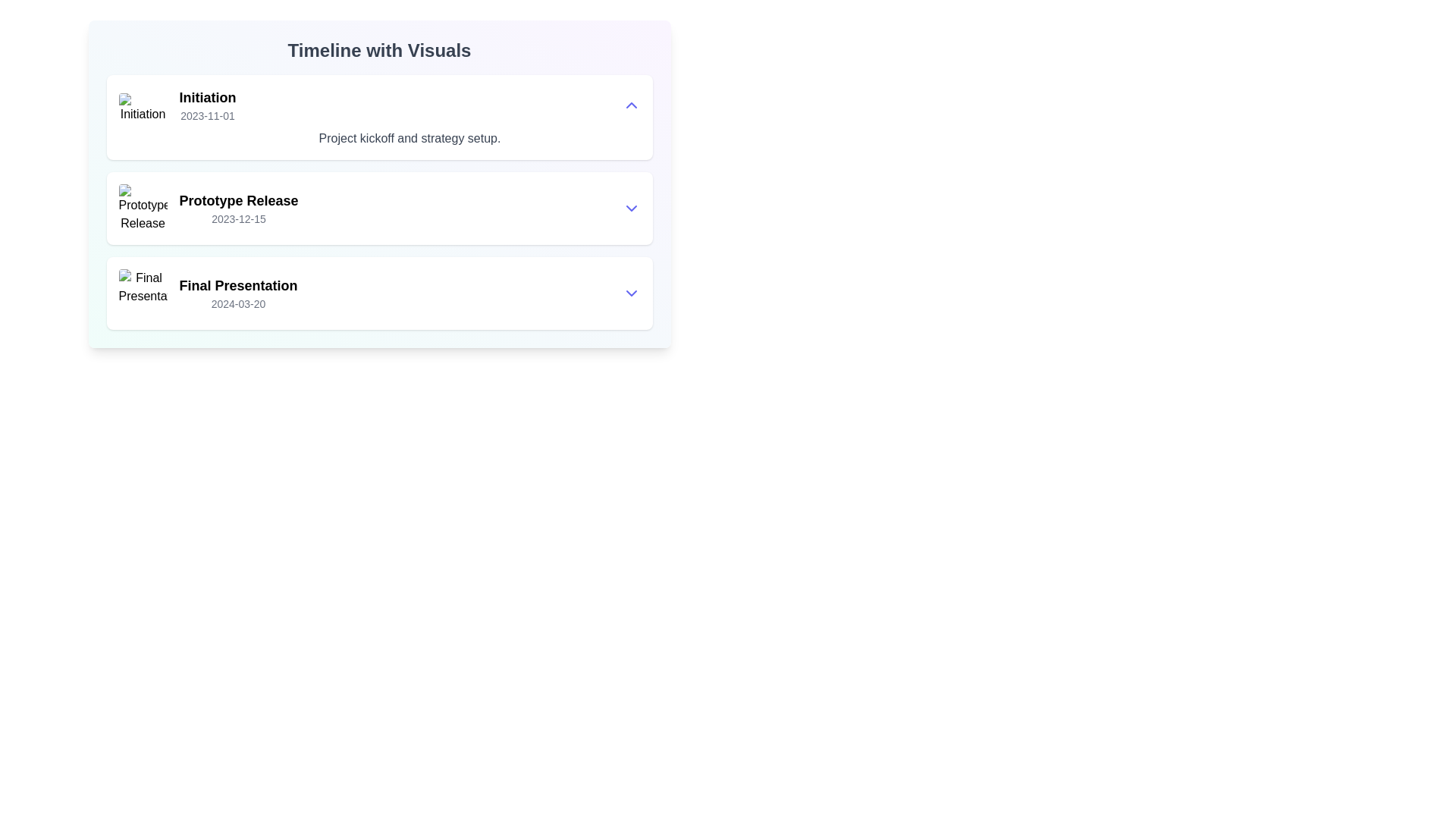 Image resolution: width=1456 pixels, height=819 pixels. I want to click on the title text of the last event entry in the vertical timeline layout, located above the date labeled '2024-03-20', so click(237, 286).